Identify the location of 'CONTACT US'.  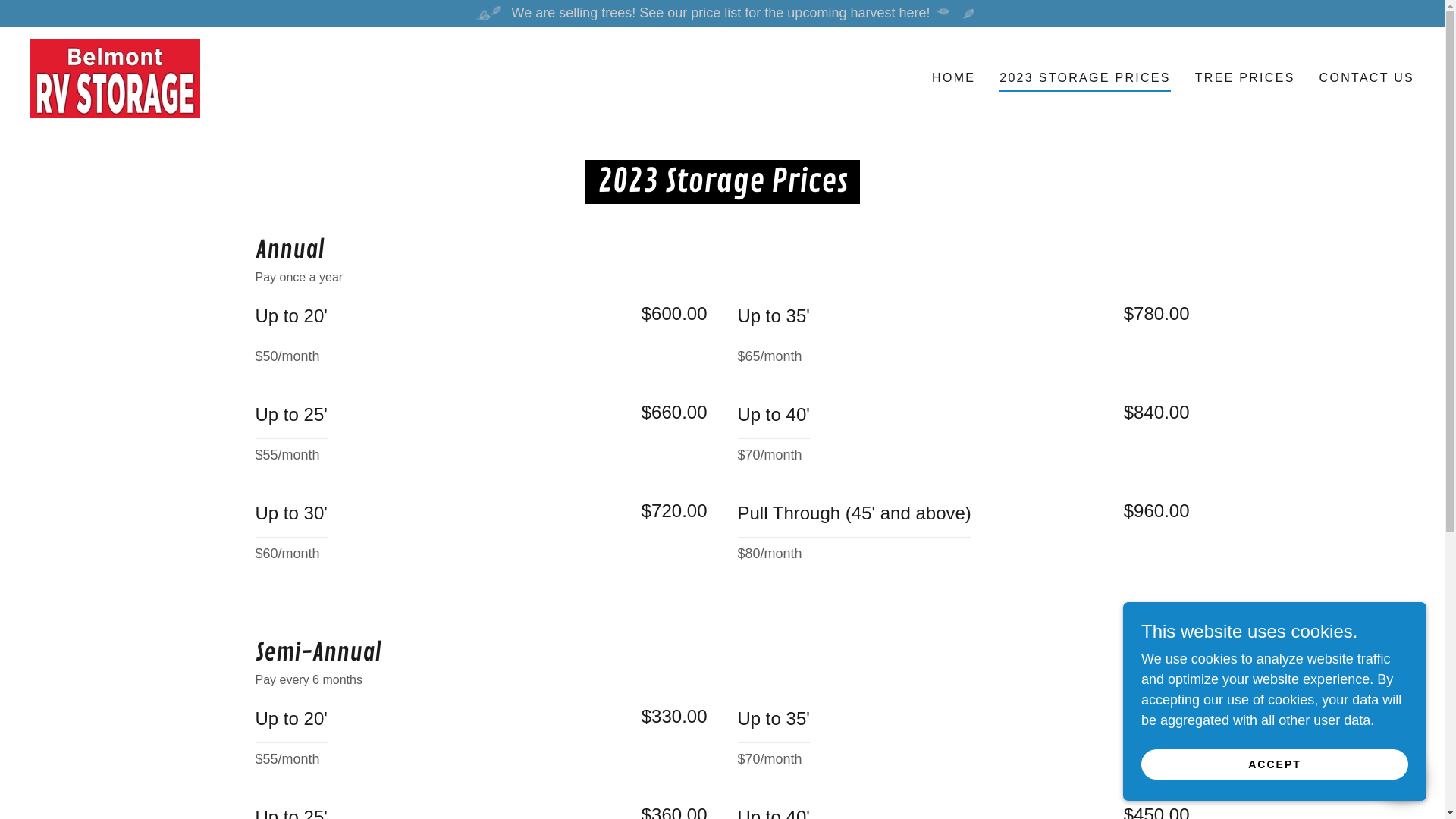
(1367, 78).